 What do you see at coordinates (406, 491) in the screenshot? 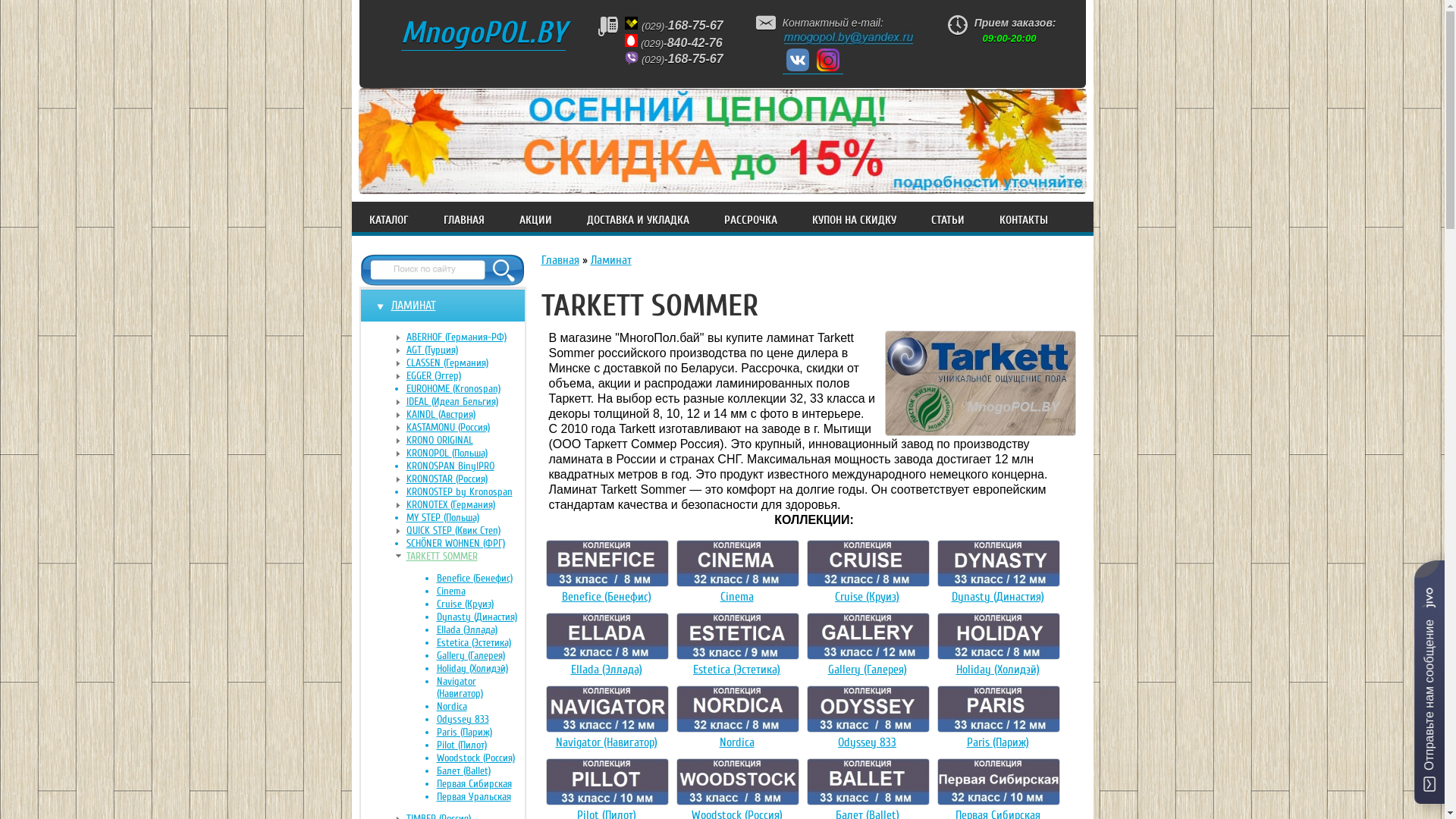
I see `'KRONOSTEP by Kronospan'` at bounding box center [406, 491].